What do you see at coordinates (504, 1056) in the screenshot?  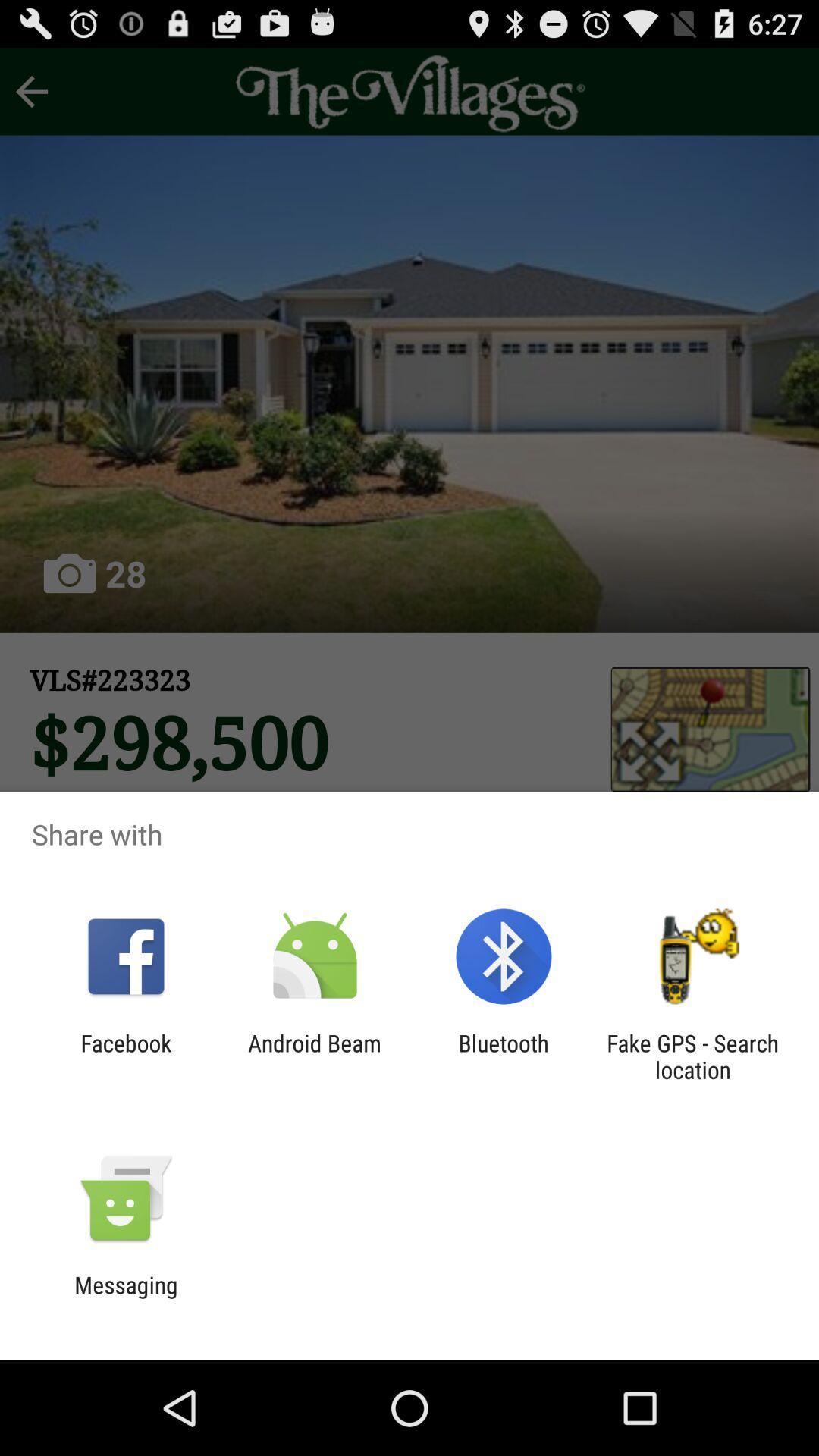 I see `icon next to the fake gps search app` at bounding box center [504, 1056].